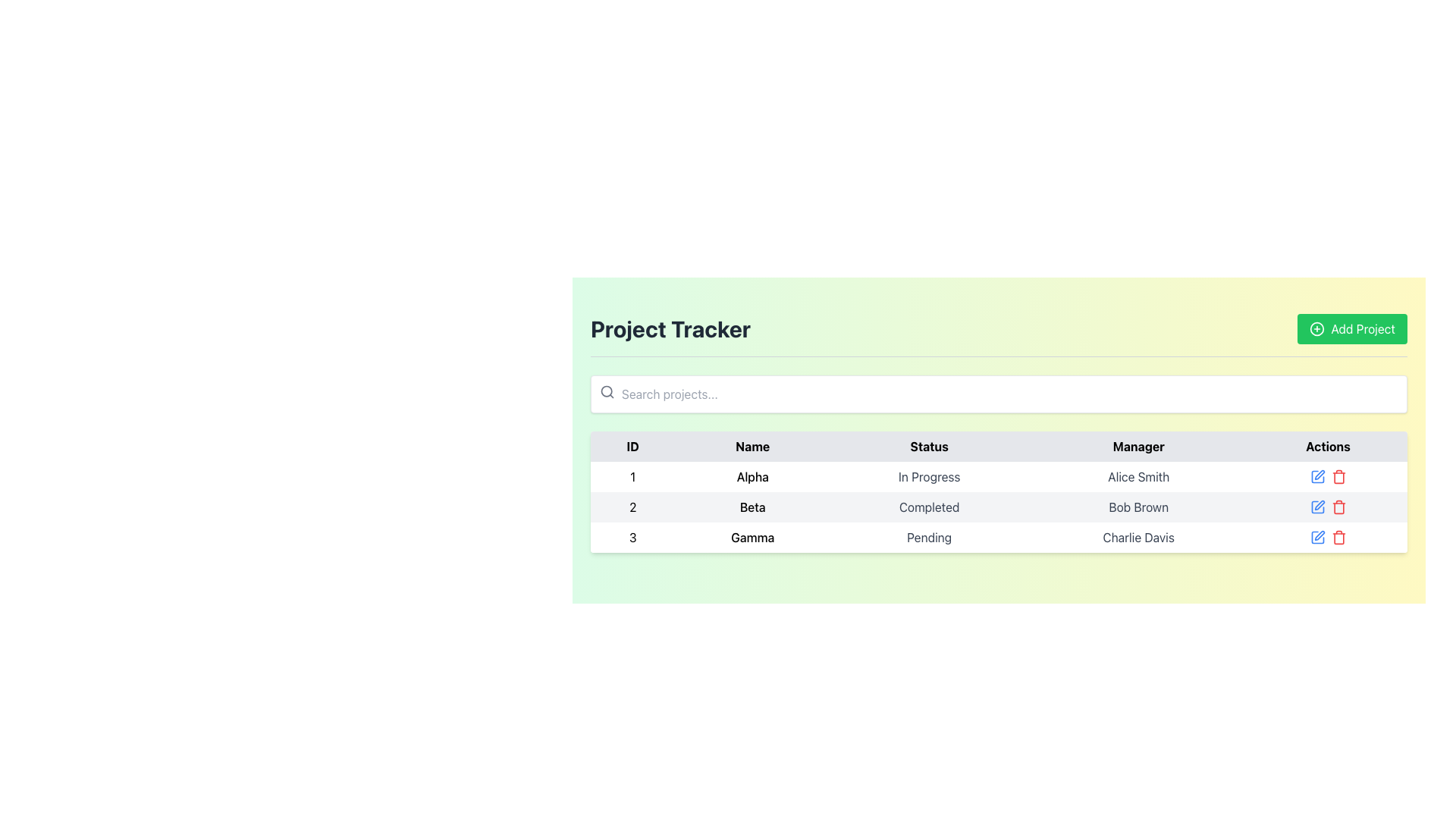  Describe the element at coordinates (1338, 475) in the screenshot. I see `the delete button located in the 'Actions' column of the third row in the 'Project Tracker' table, situated` at that location.